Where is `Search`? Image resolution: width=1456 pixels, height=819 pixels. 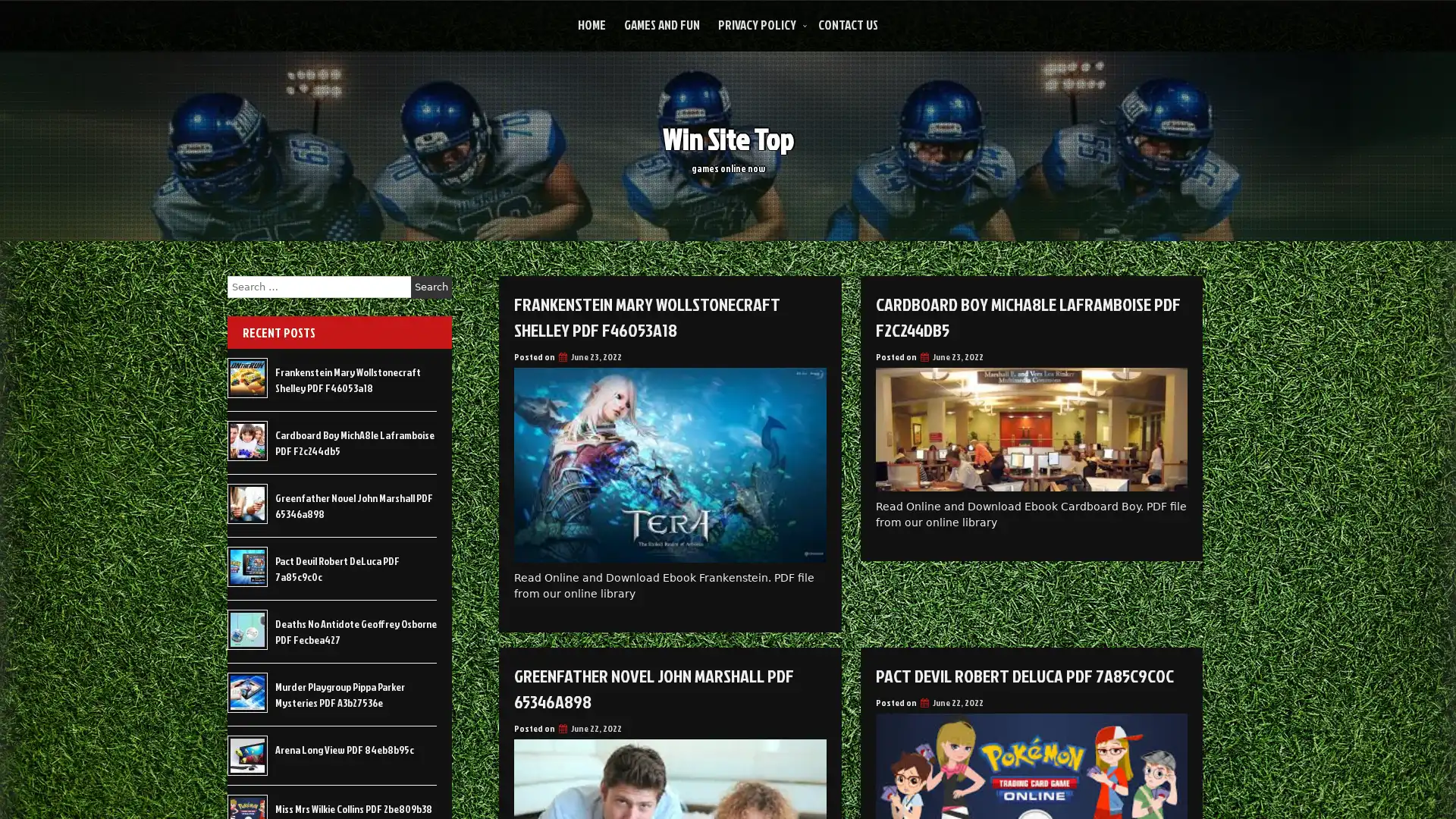 Search is located at coordinates (431, 287).